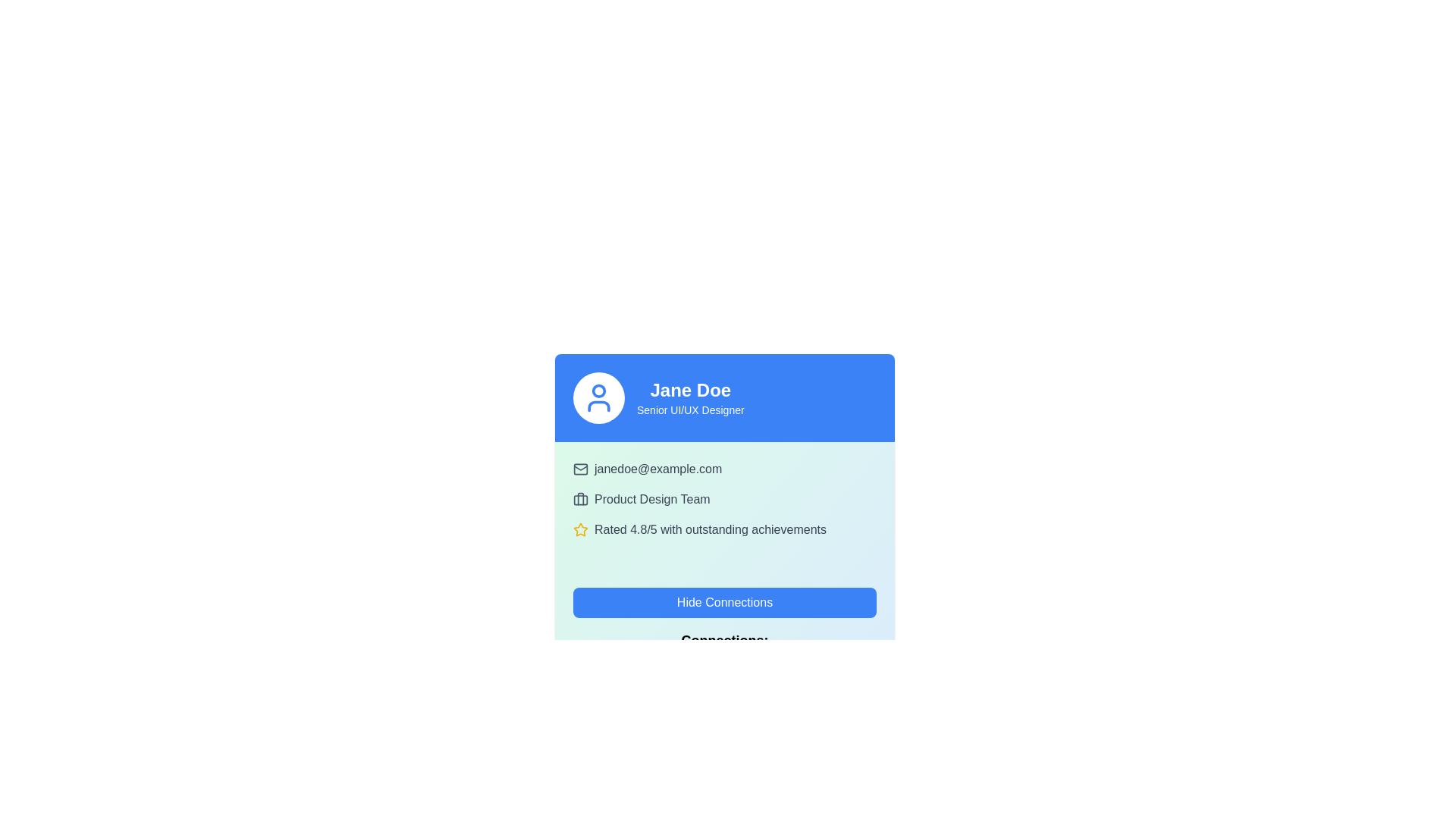  What do you see at coordinates (580, 500) in the screenshot?
I see `the Icon representing the 'Product Design Team', which is located on the left side of the corresponding text to enhance interface readability` at bounding box center [580, 500].